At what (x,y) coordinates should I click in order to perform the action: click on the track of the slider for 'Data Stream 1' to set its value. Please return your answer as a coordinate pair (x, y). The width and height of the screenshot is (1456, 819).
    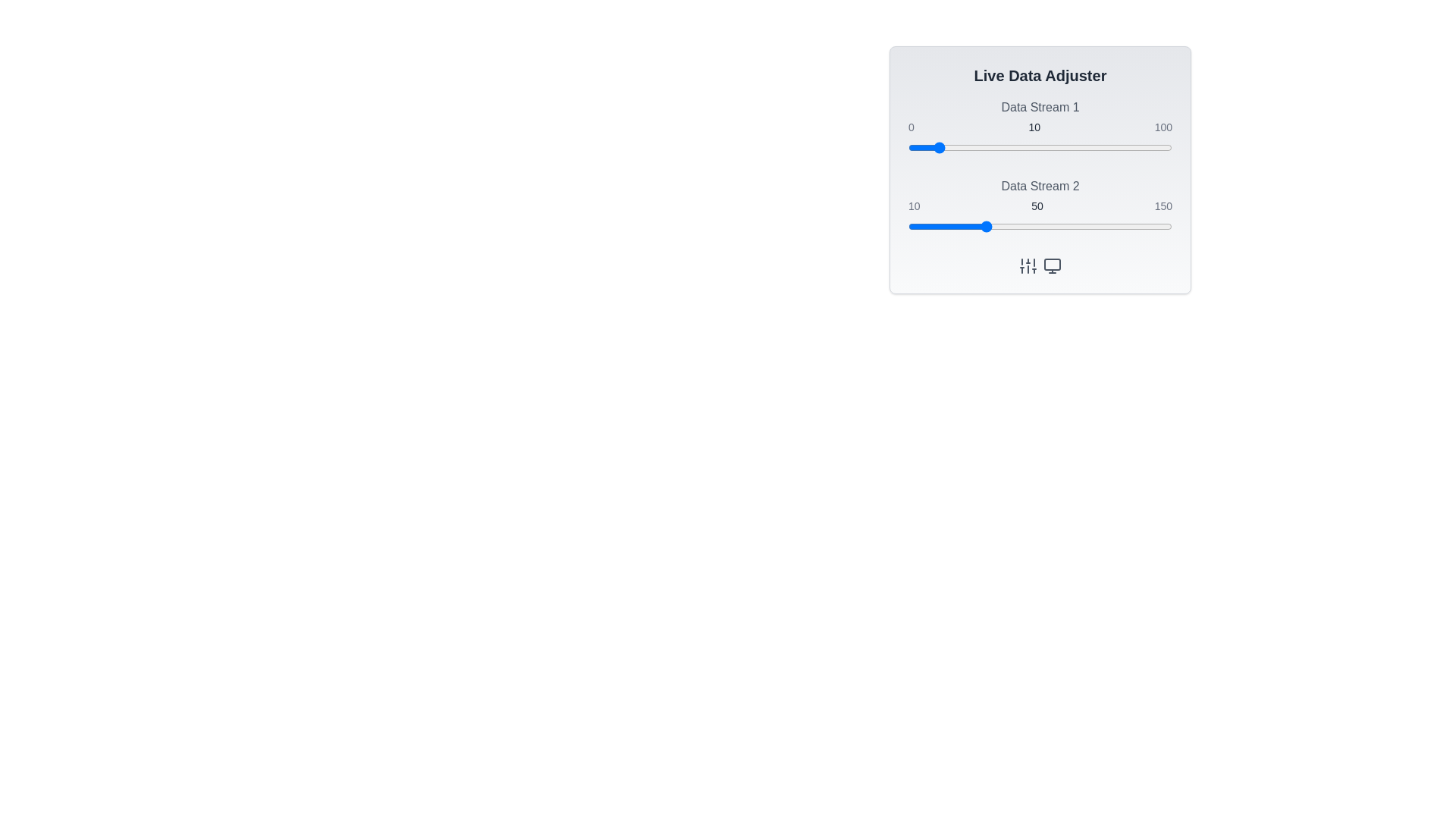
    Looking at the image, I should click on (1040, 148).